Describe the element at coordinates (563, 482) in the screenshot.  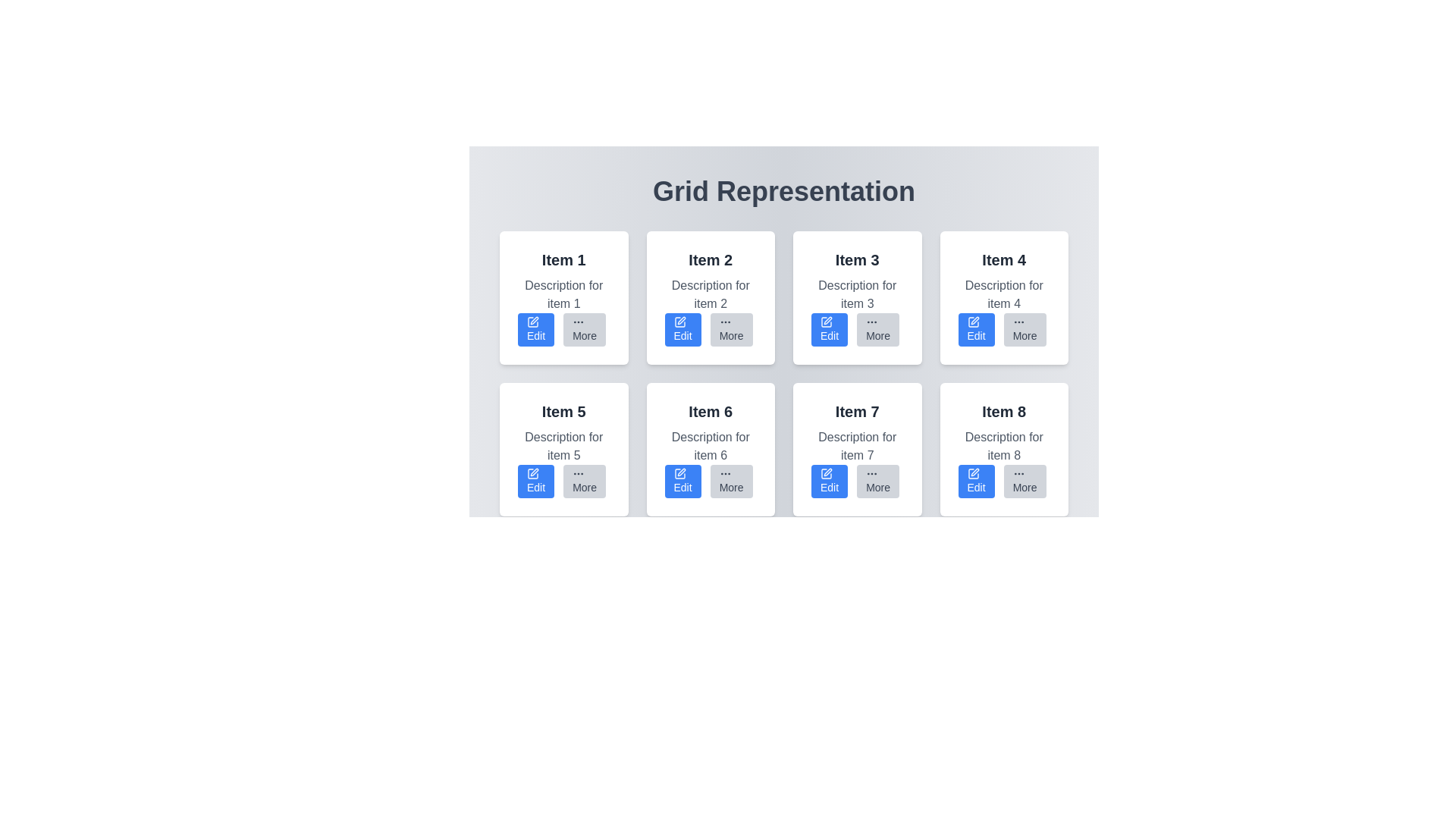
I see `the 'More' button in the interactive control group located at the bottom of the fifth card in the grid layout, which has a gray background and darker text` at that location.